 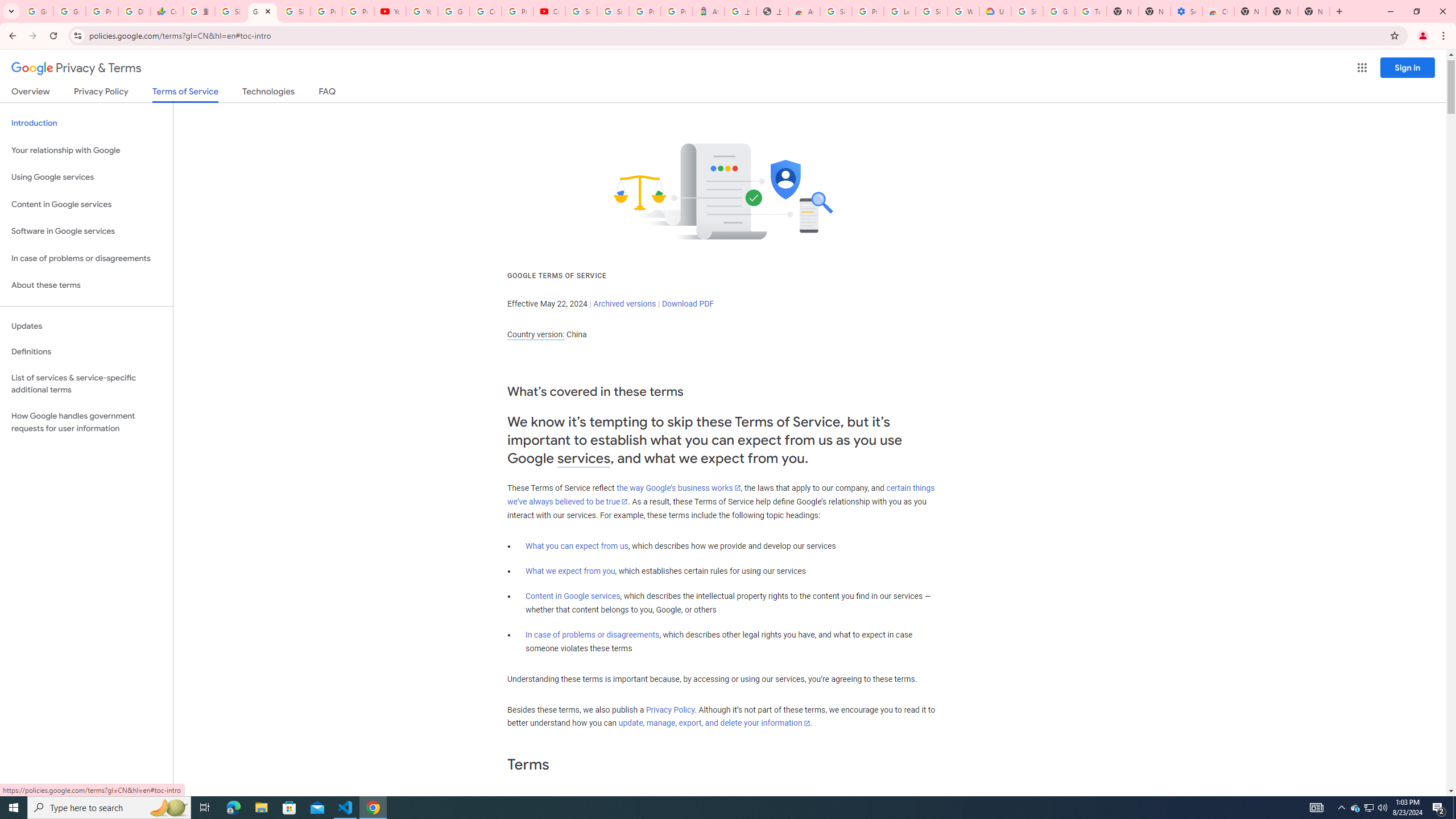 What do you see at coordinates (591, 634) in the screenshot?
I see `'In case of problems or disagreements'` at bounding box center [591, 634].